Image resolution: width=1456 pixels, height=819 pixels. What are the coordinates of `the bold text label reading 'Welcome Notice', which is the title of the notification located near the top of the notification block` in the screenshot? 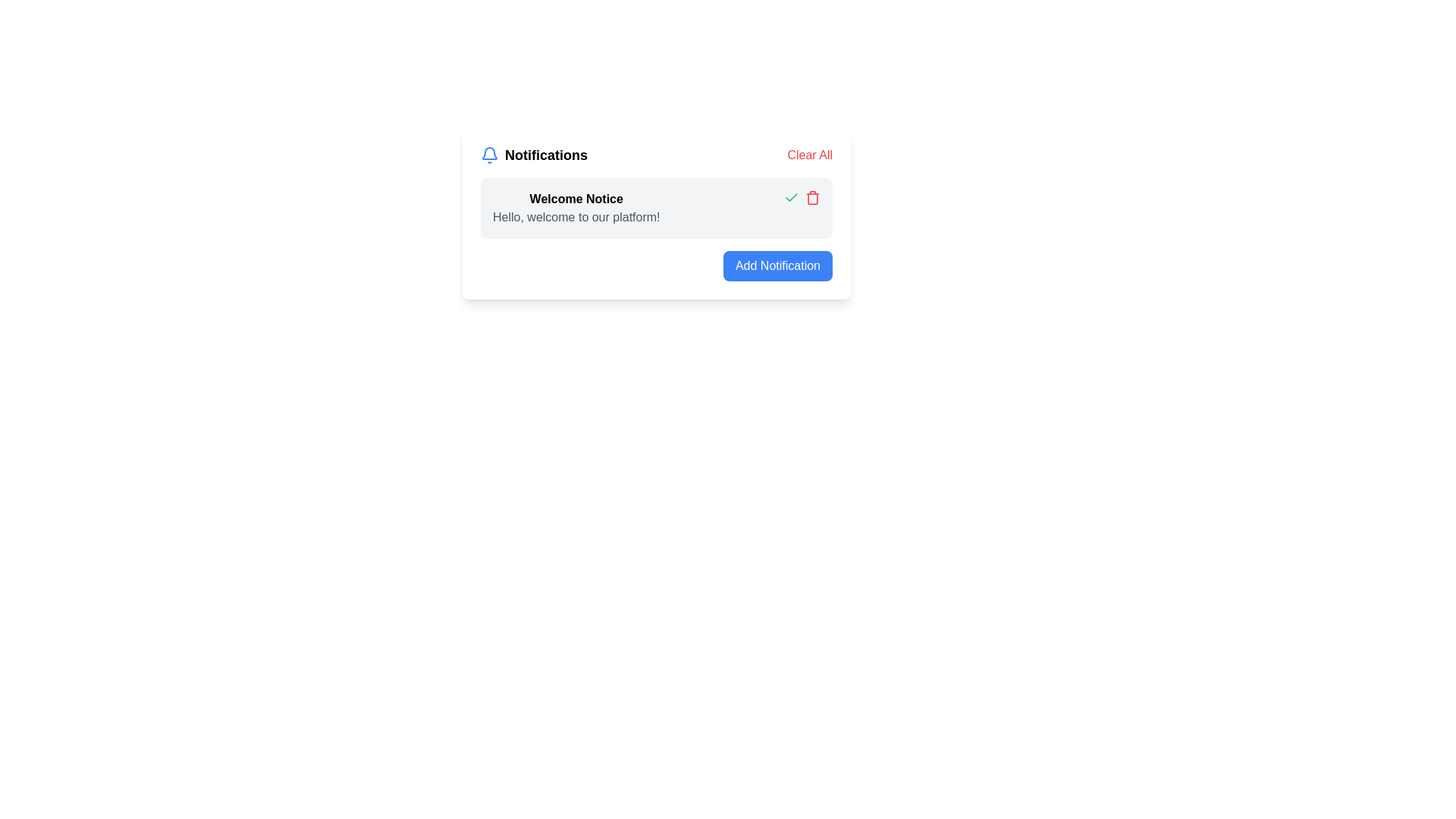 It's located at (576, 198).